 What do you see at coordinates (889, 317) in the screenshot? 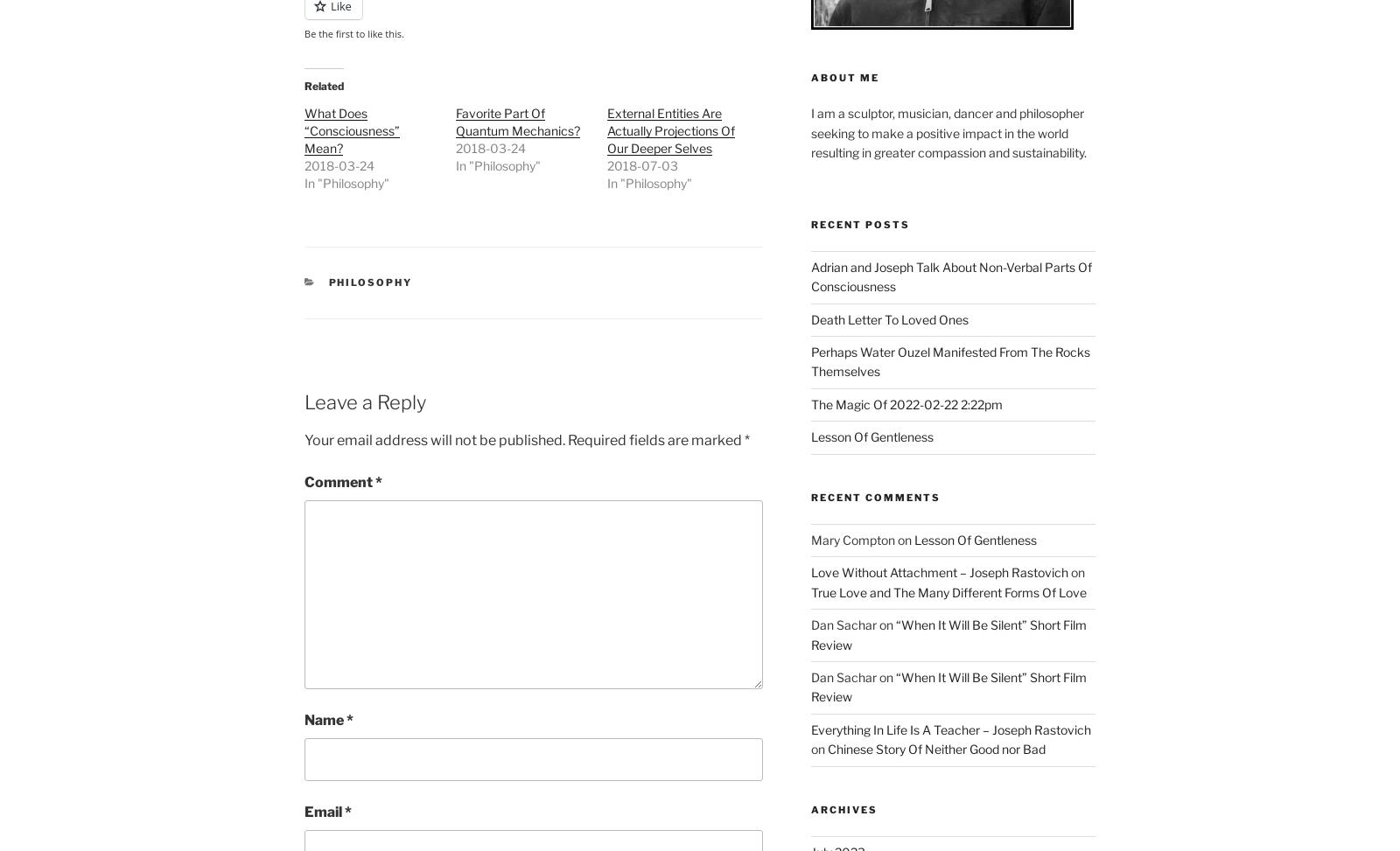
I see `'Death Letter To Loved Ones'` at bounding box center [889, 317].